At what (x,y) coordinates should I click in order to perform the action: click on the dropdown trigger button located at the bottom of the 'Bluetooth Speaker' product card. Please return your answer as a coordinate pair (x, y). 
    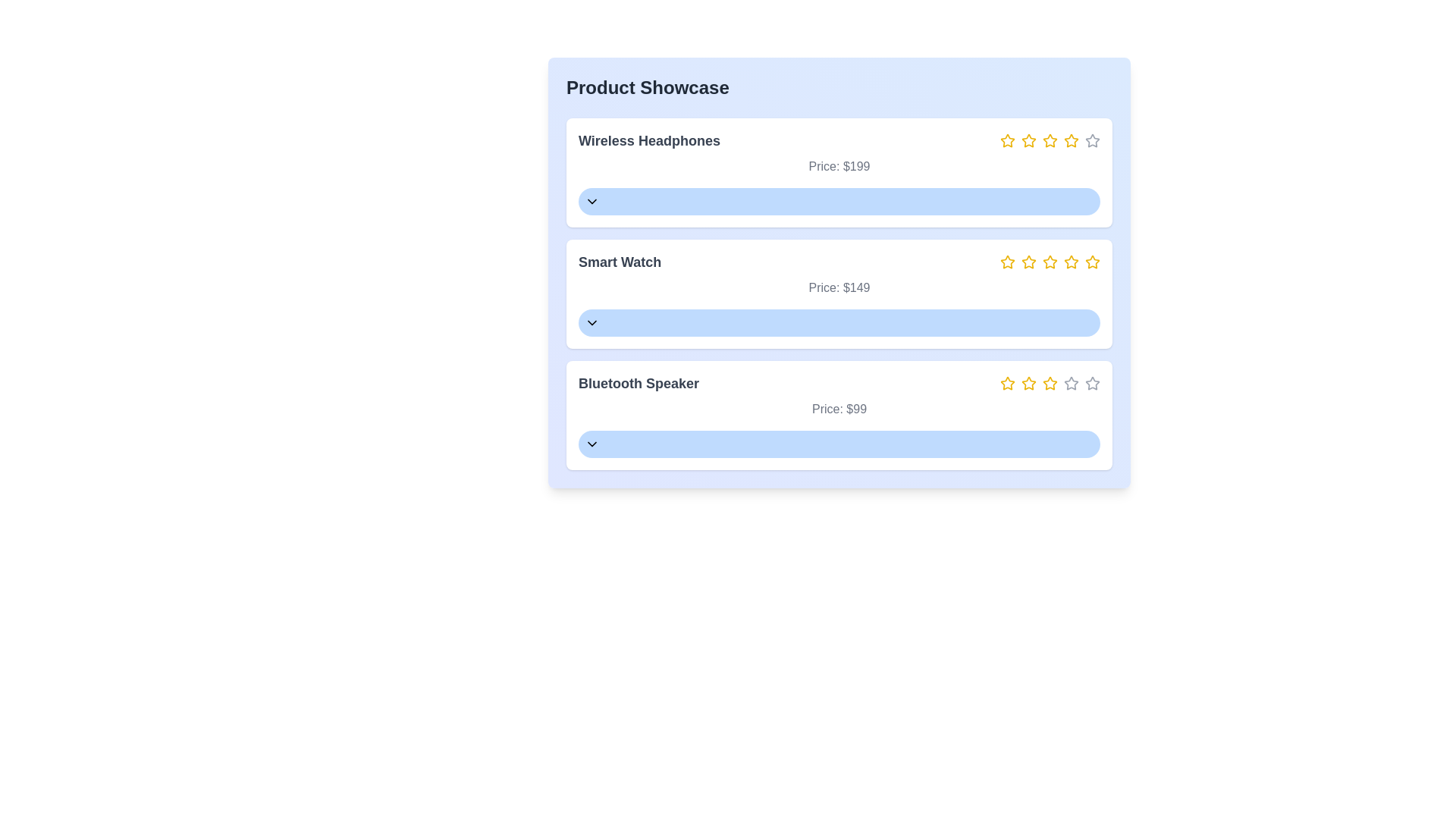
    Looking at the image, I should click on (839, 444).